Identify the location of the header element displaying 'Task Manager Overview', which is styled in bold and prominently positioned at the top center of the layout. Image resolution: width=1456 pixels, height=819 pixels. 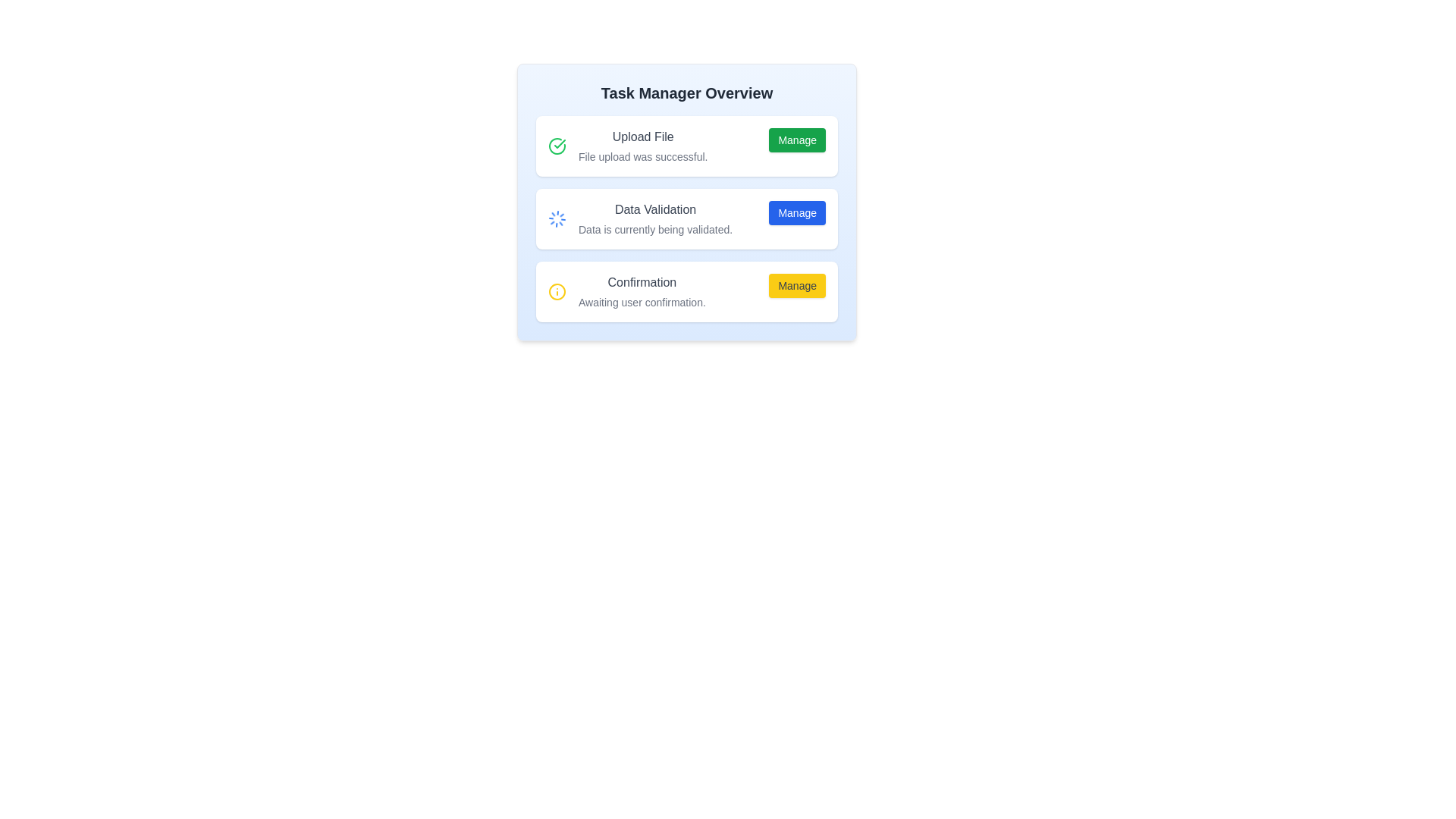
(686, 93).